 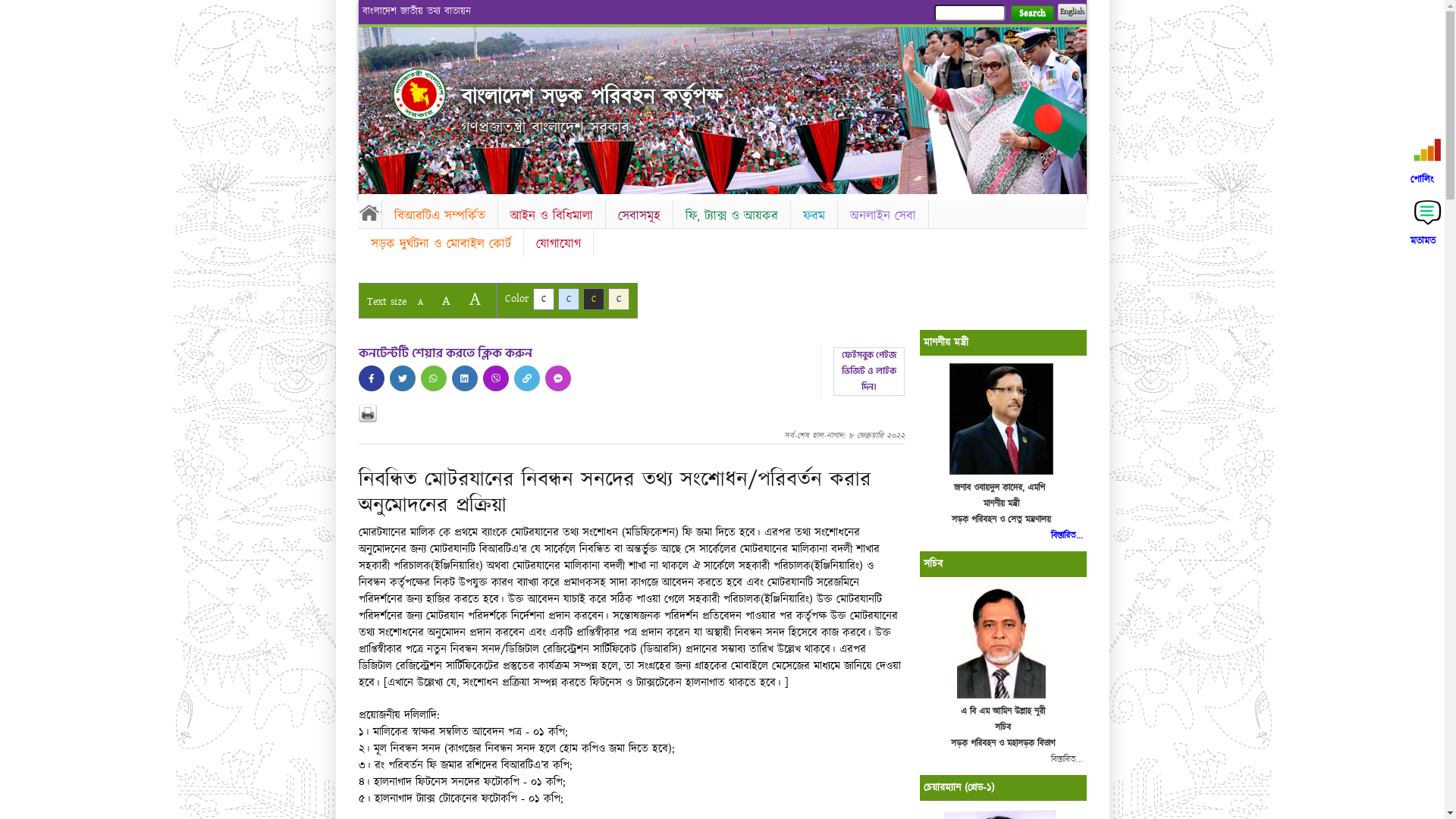 What do you see at coordinates (473, 299) in the screenshot?
I see `'A'` at bounding box center [473, 299].